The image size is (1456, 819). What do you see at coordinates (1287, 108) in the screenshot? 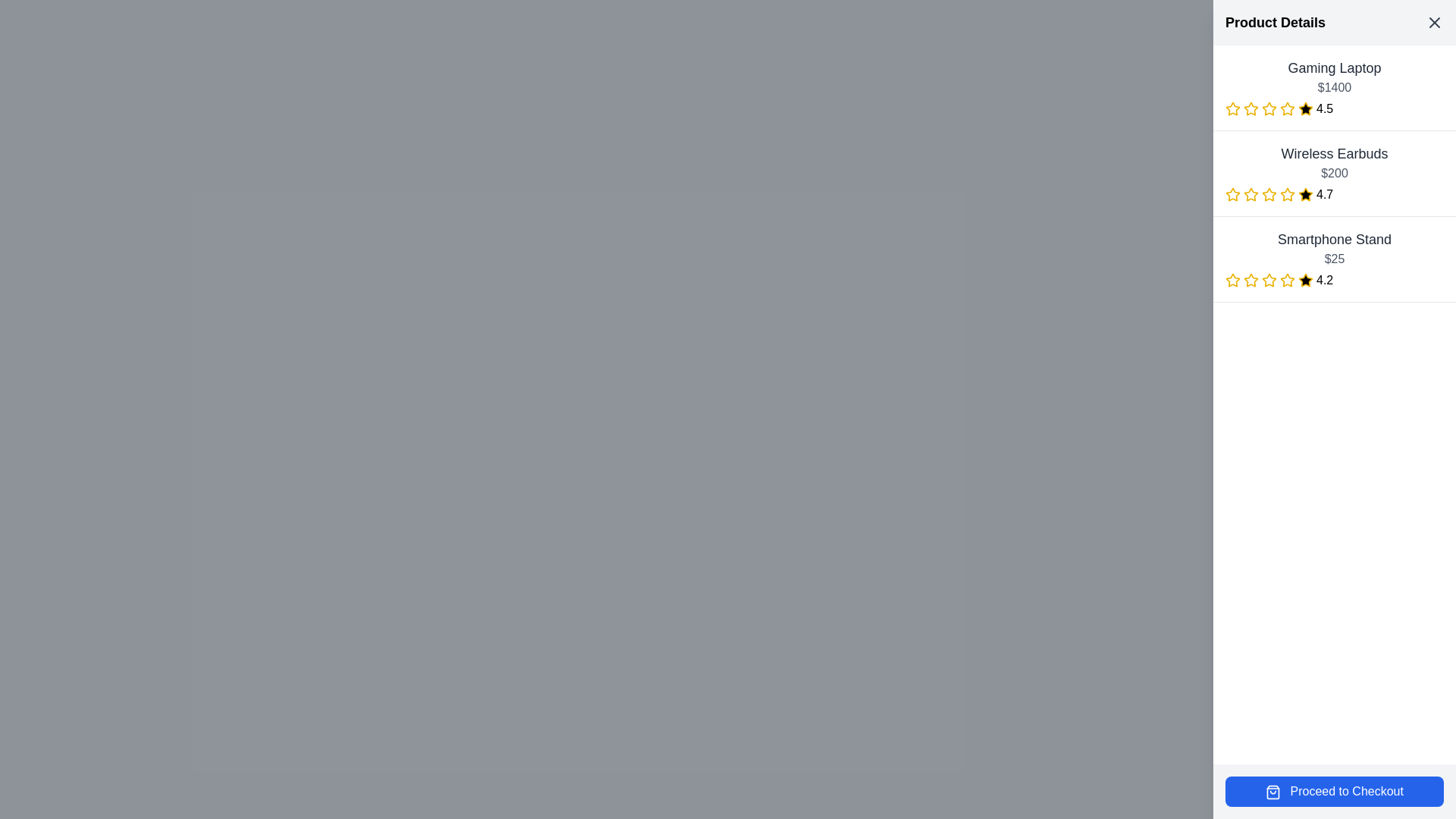
I see `the fifth star icon representing the rating value for the 'Gaming Laptop' product, which is positioned to the right of four yellow star icons` at bounding box center [1287, 108].